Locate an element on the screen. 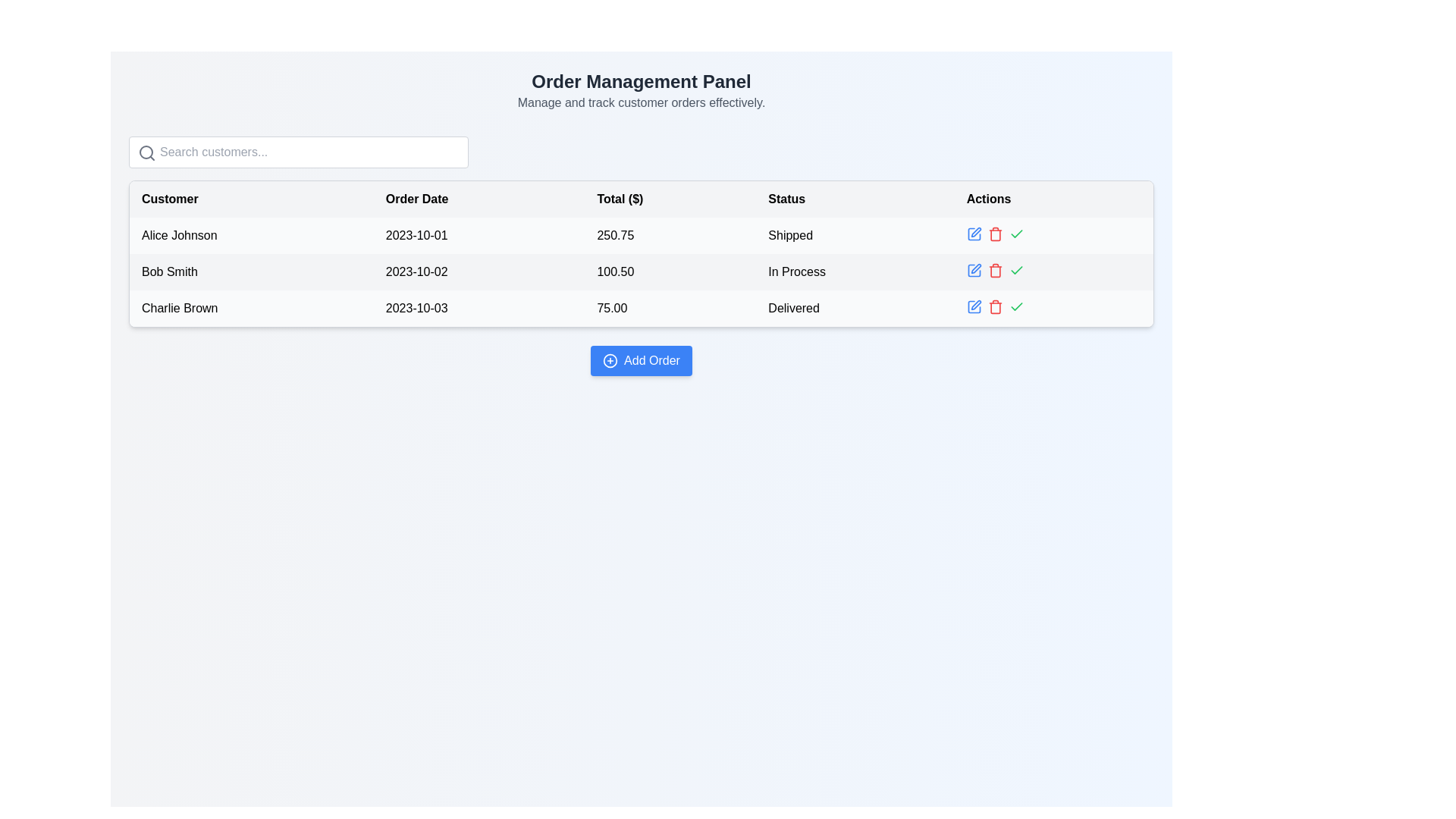 This screenshot has height=819, width=1456. the circle graphical element that is centrally located within the 'Add Order' button, which is below the customer orders table is located at coordinates (610, 360).